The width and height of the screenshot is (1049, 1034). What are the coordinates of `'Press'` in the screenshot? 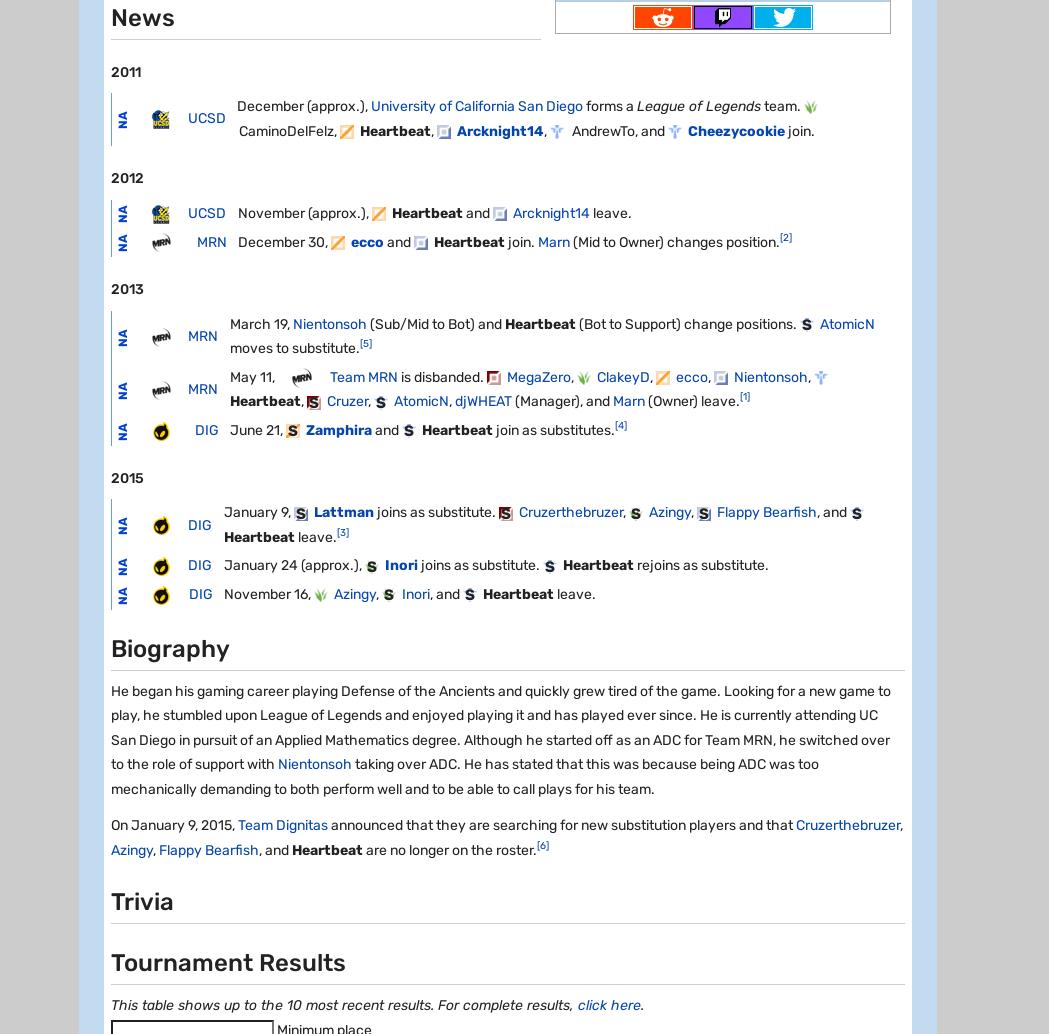 It's located at (375, 407).